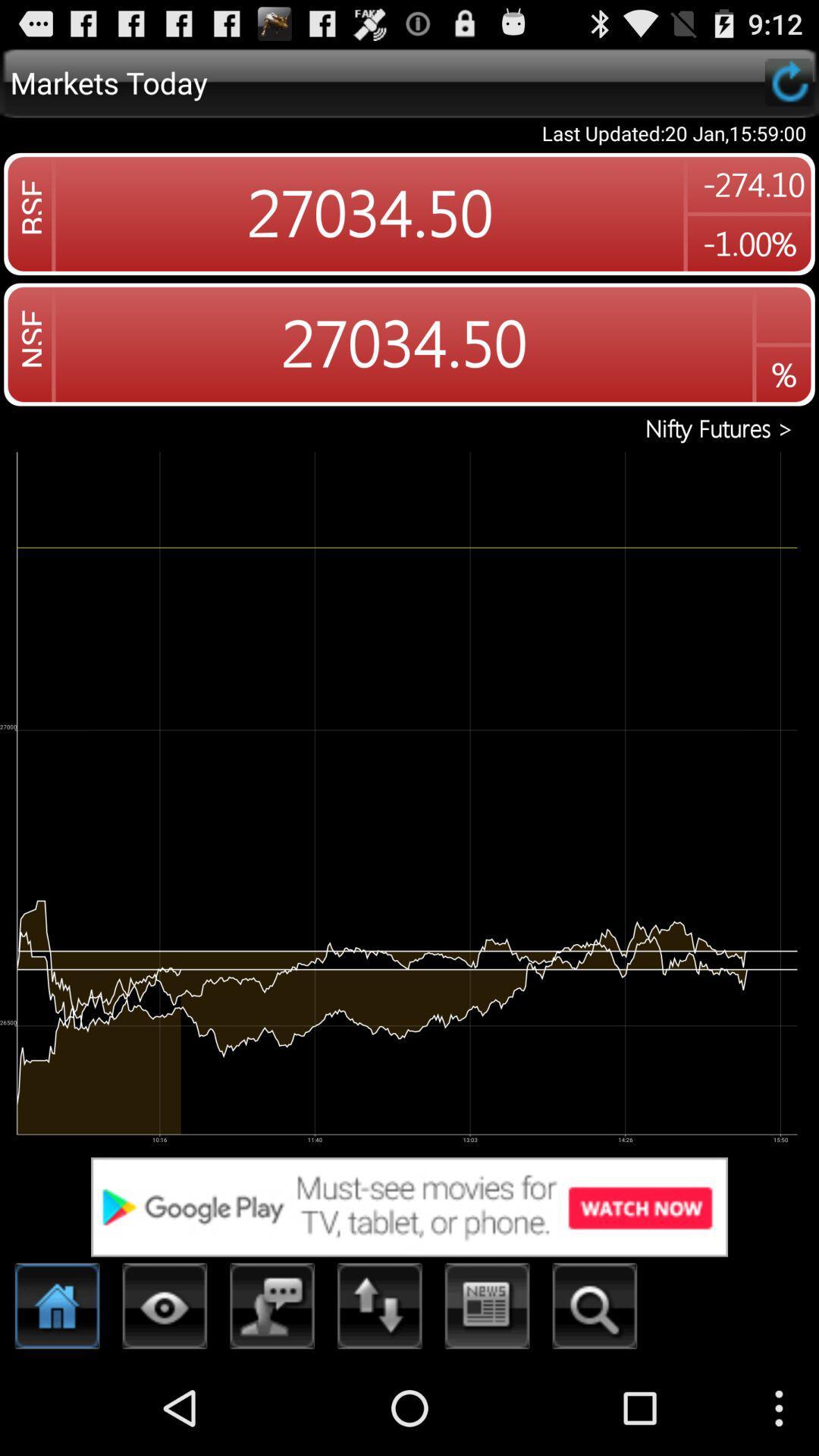  What do you see at coordinates (788, 81) in the screenshot?
I see `save` at bounding box center [788, 81].